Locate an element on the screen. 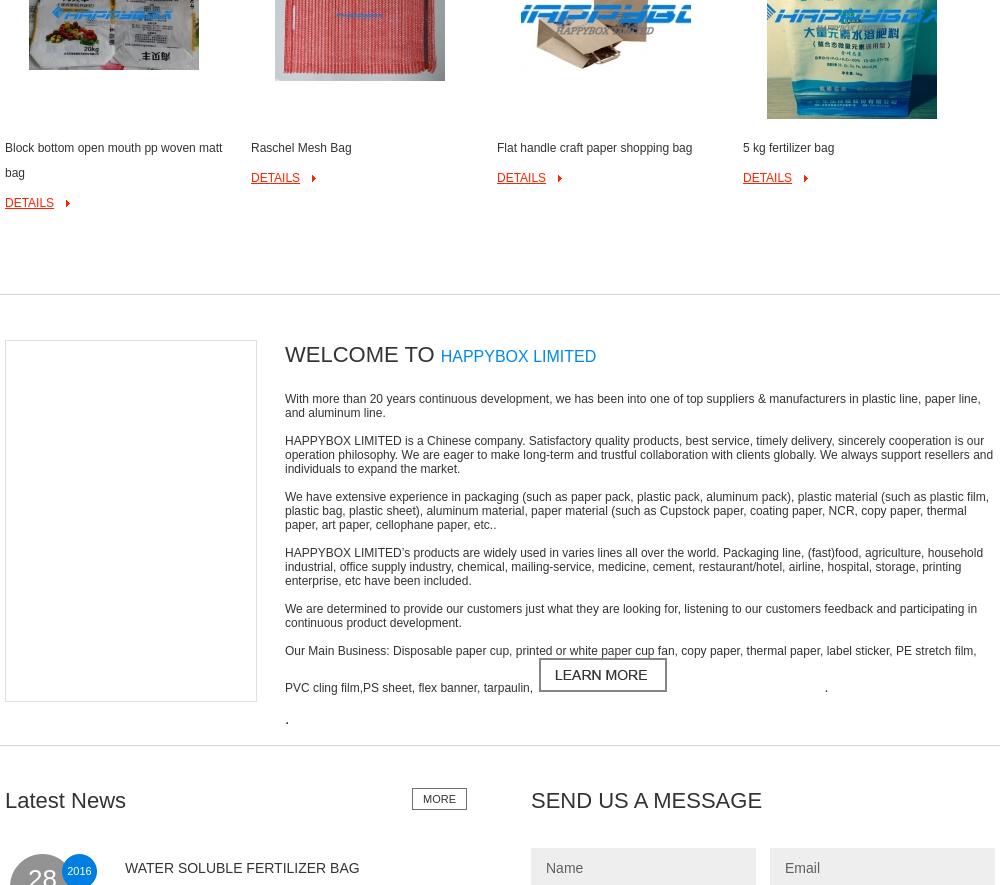 This screenshot has width=1000, height=885. 'MORE' is located at coordinates (438, 797).